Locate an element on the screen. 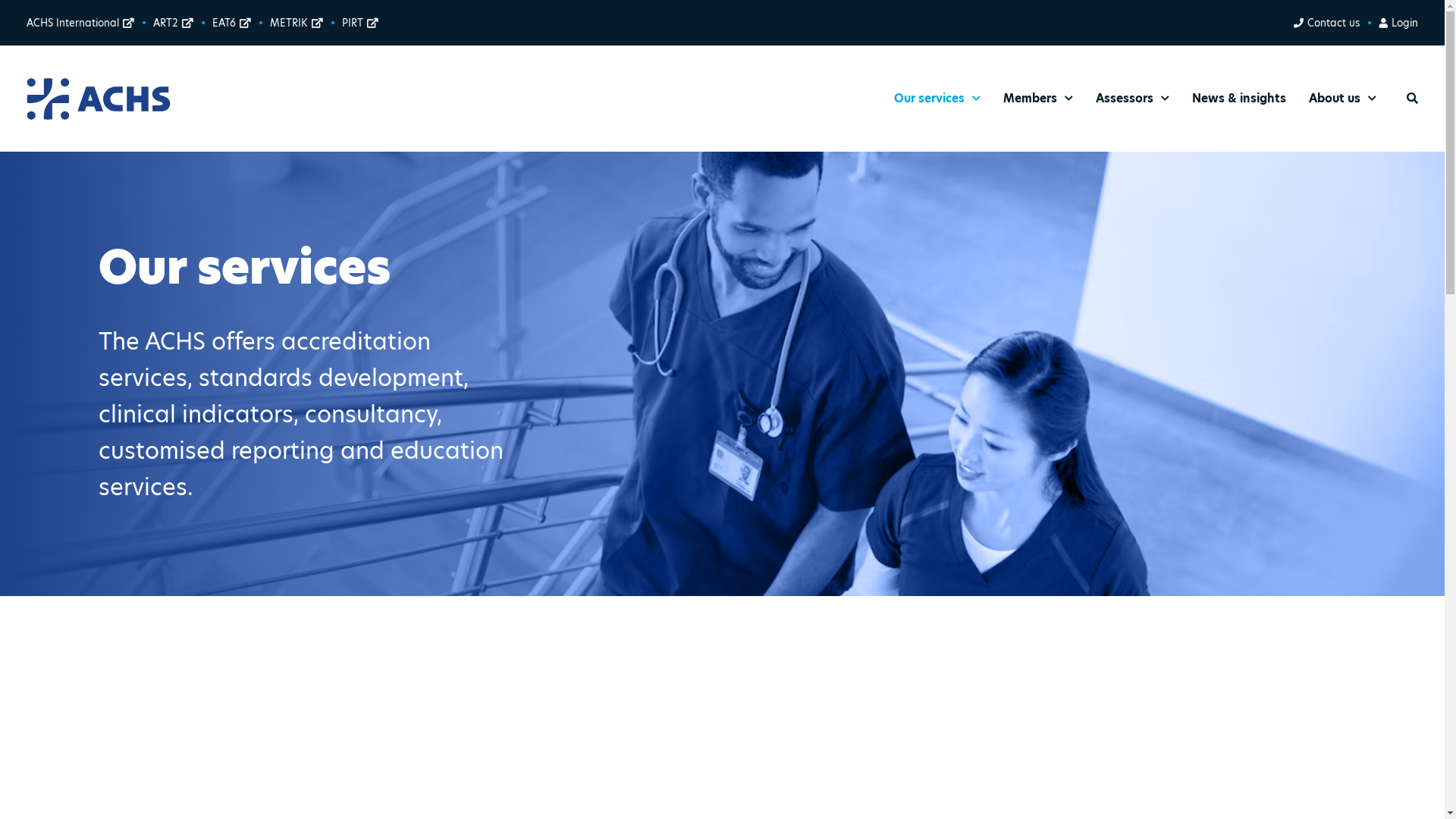 Image resolution: width=1456 pixels, height=819 pixels. 'Contact us' is located at coordinates (1325, 23).